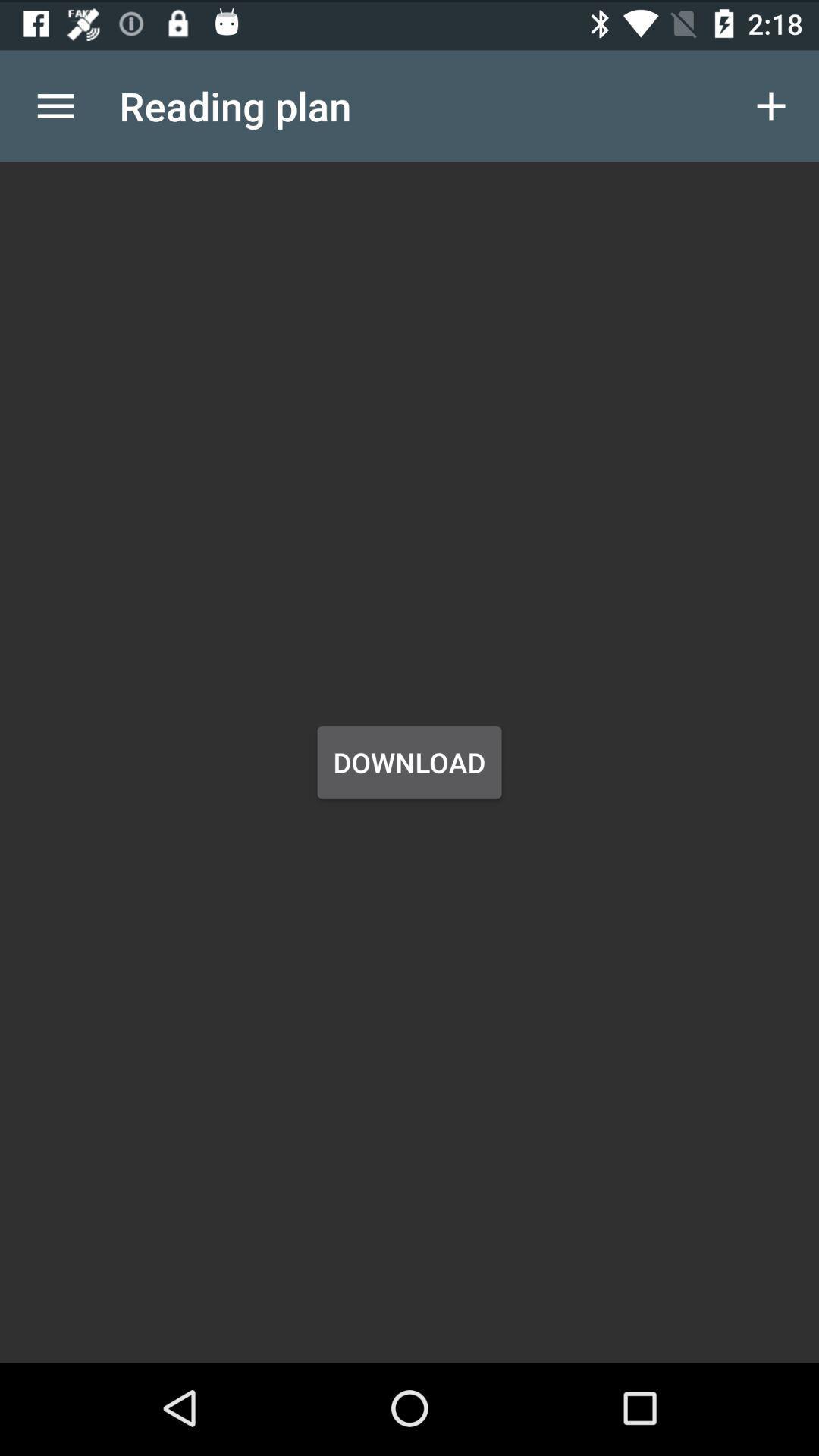 The image size is (819, 1456). I want to click on item next to reading plan icon, so click(55, 102).